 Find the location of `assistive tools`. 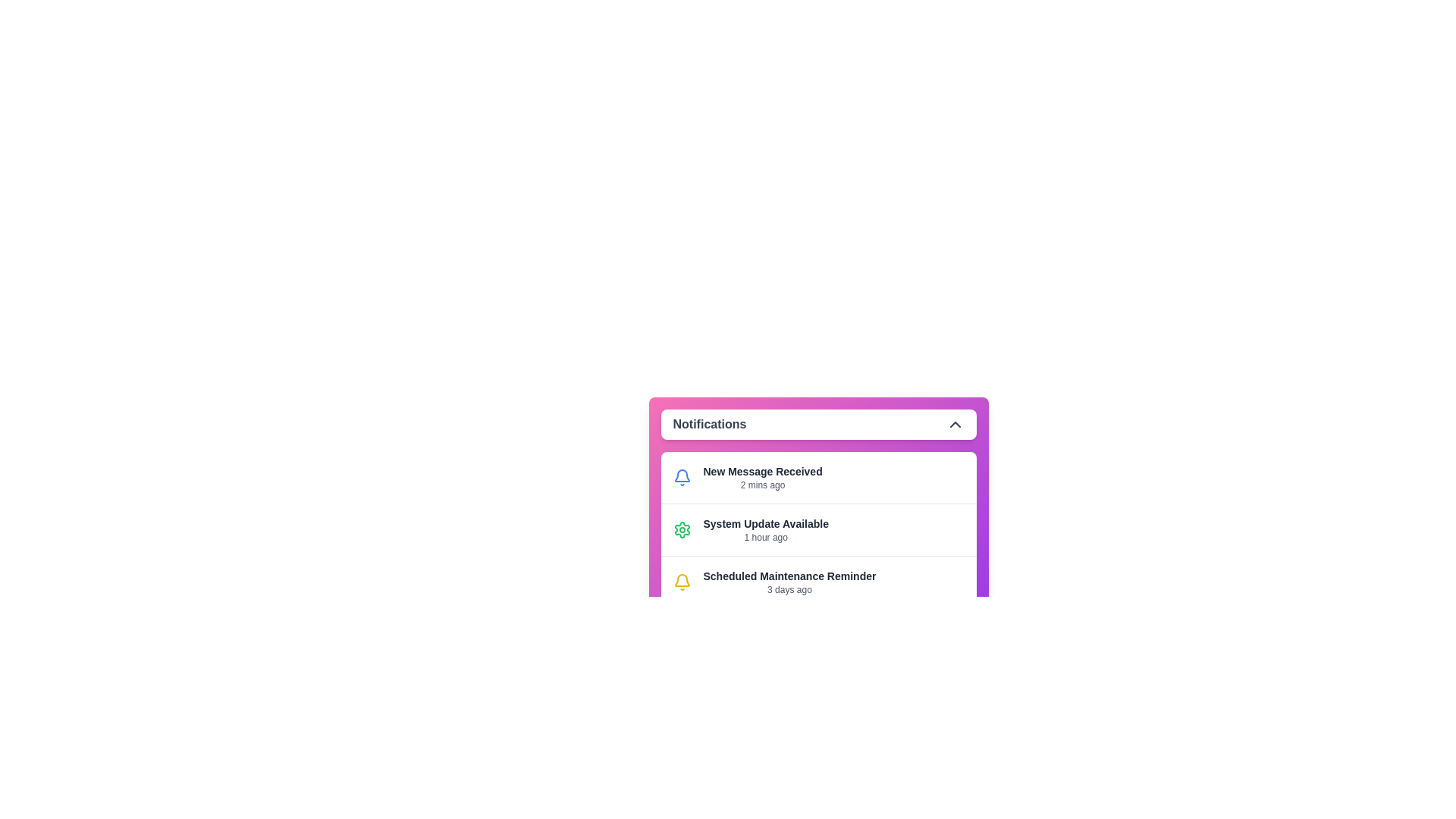

assistive tools is located at coordinates (789, 576).